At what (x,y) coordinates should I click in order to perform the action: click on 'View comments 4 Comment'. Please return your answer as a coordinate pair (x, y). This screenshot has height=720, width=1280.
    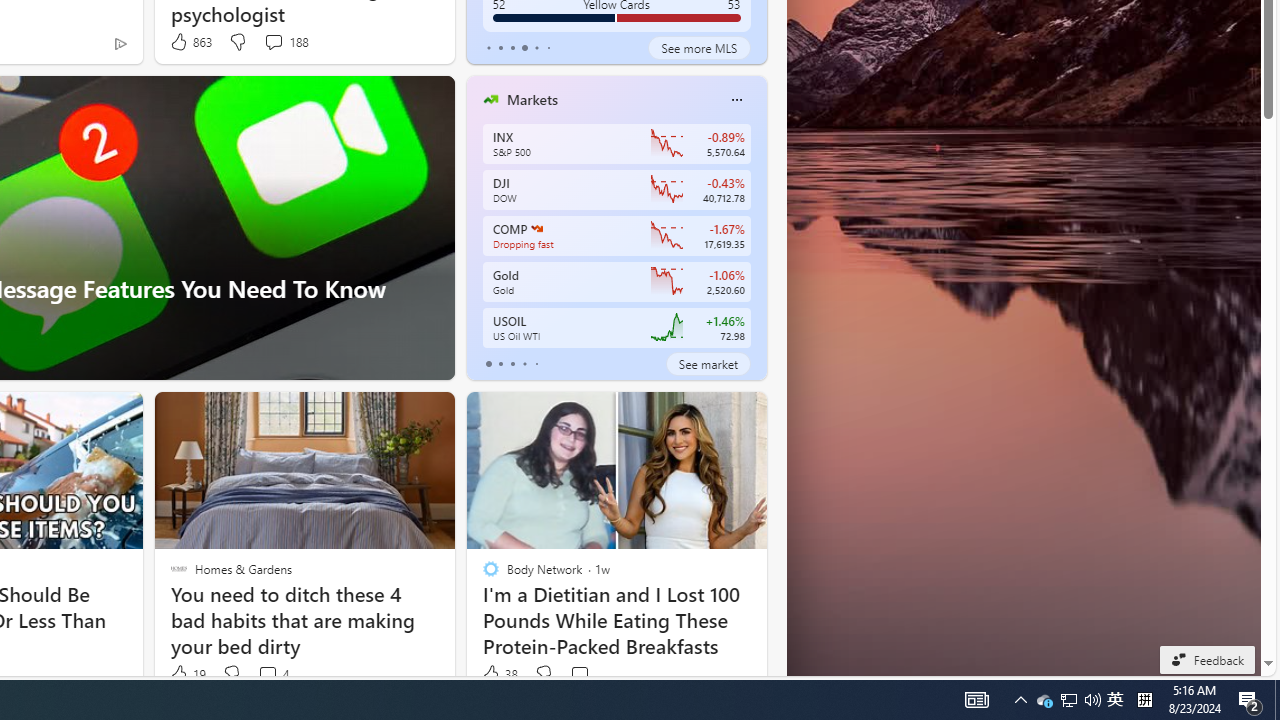
    Looking at the image, I should click on (272, 674).